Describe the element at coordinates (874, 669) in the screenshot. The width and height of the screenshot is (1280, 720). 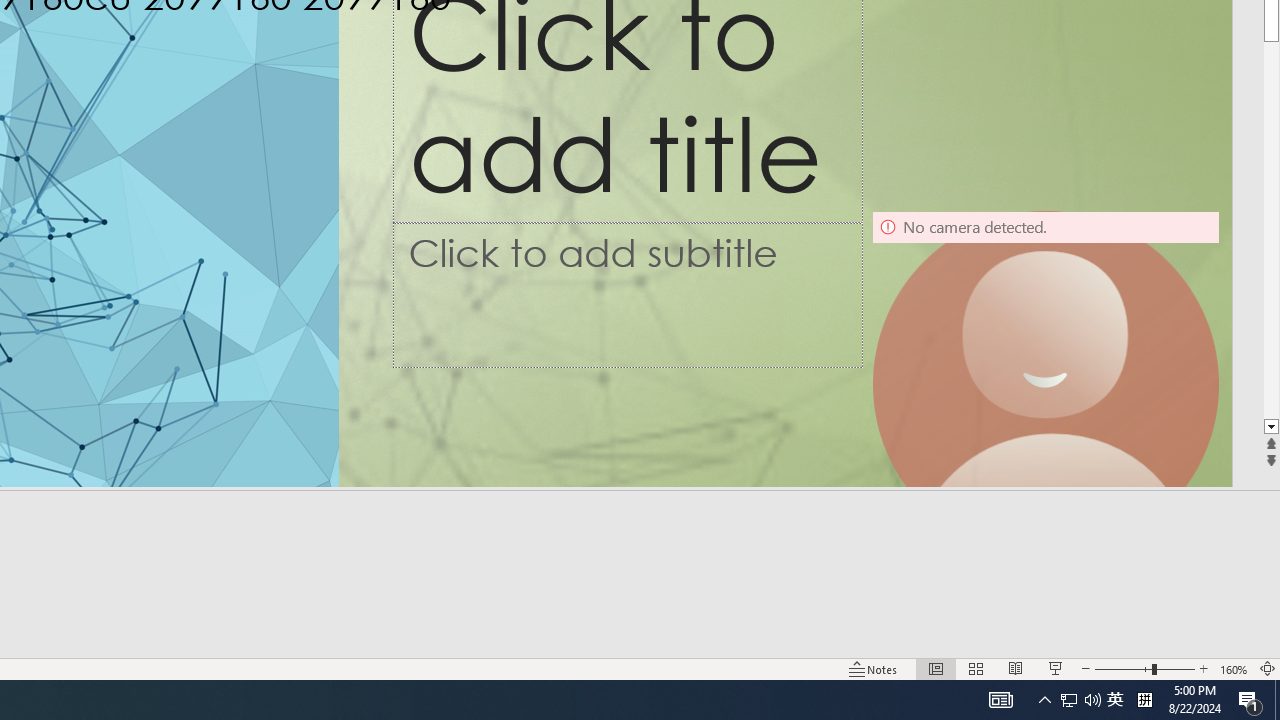
I see `'Notes '` at that location.